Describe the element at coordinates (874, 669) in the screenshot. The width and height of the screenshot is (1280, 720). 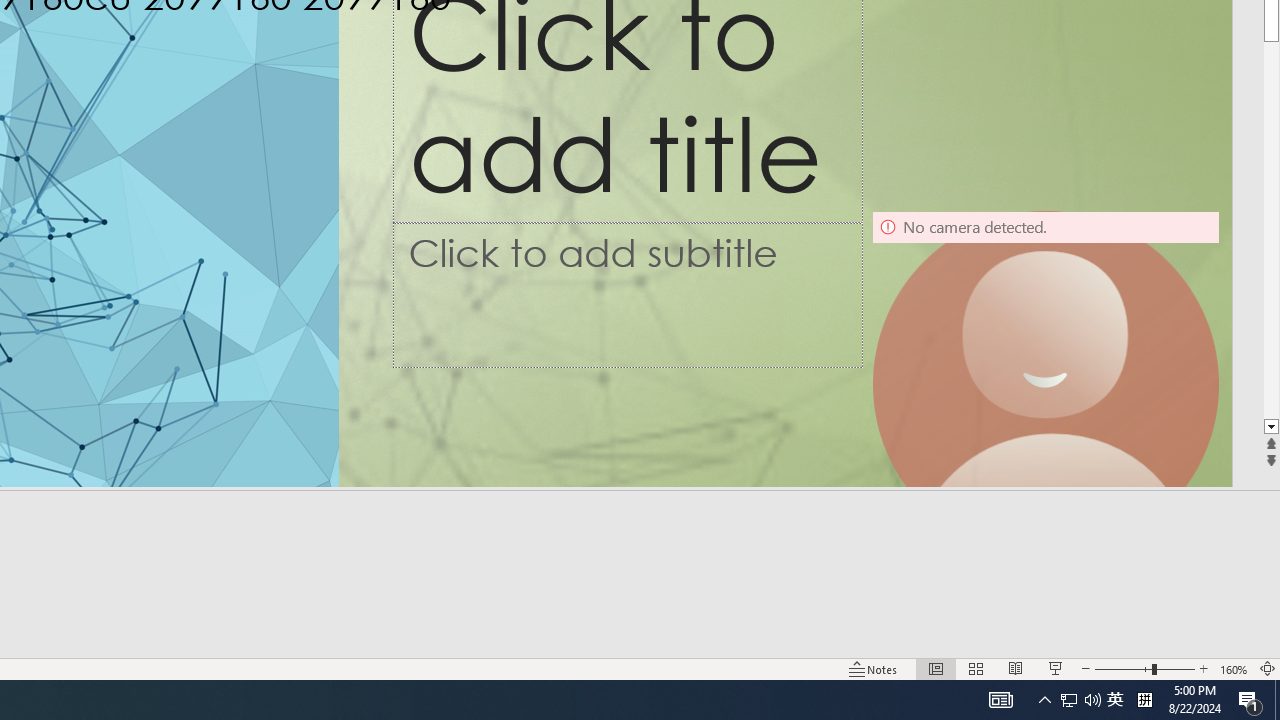
I see `'Notes '` at that location.